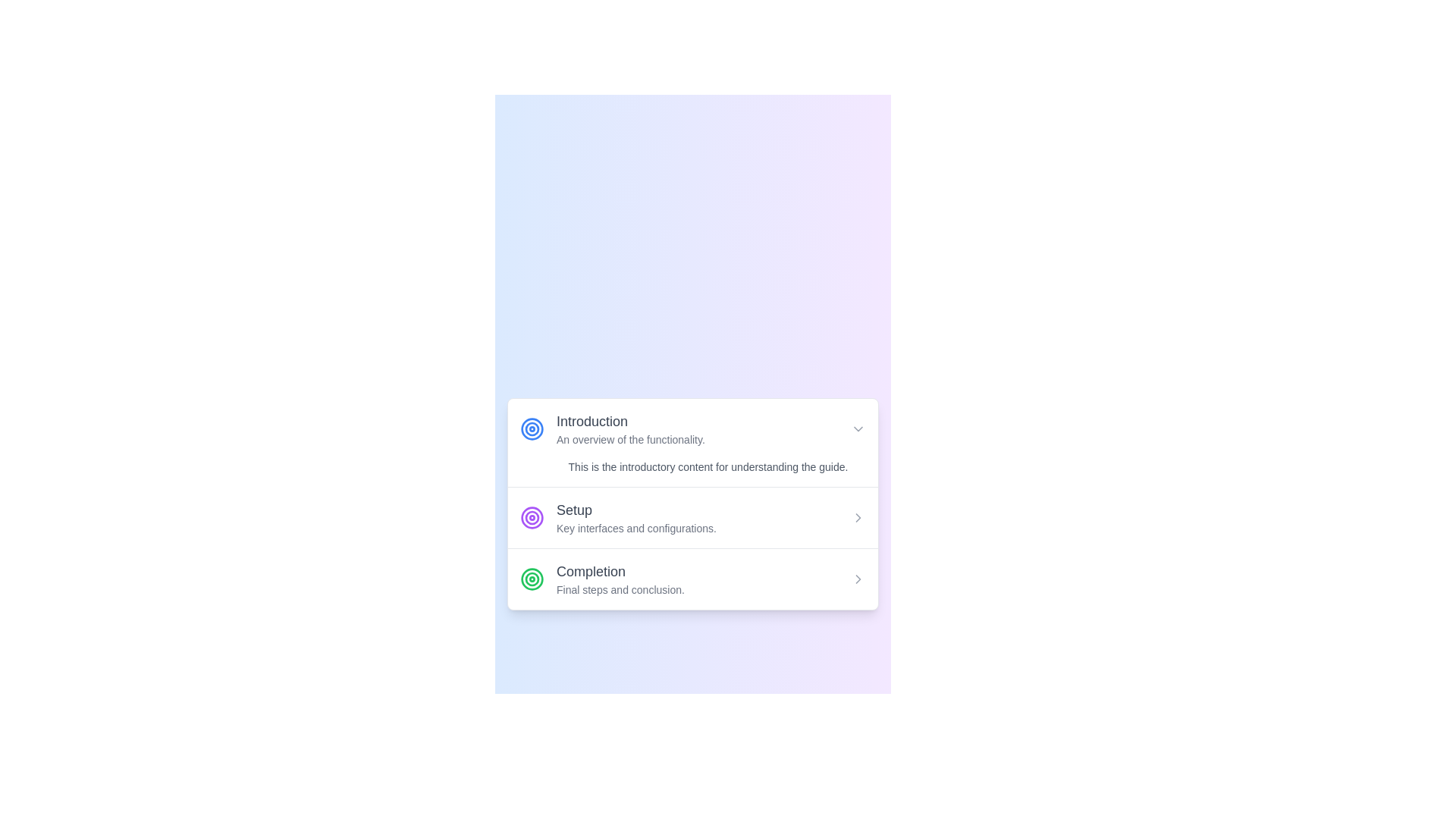  What do you see at coordinates (858, 579) in the screenshot?
I see `the right-pointing arrow icon located in the Setup section of the interface for accessibility purposes` at bounding box center [858, 579].